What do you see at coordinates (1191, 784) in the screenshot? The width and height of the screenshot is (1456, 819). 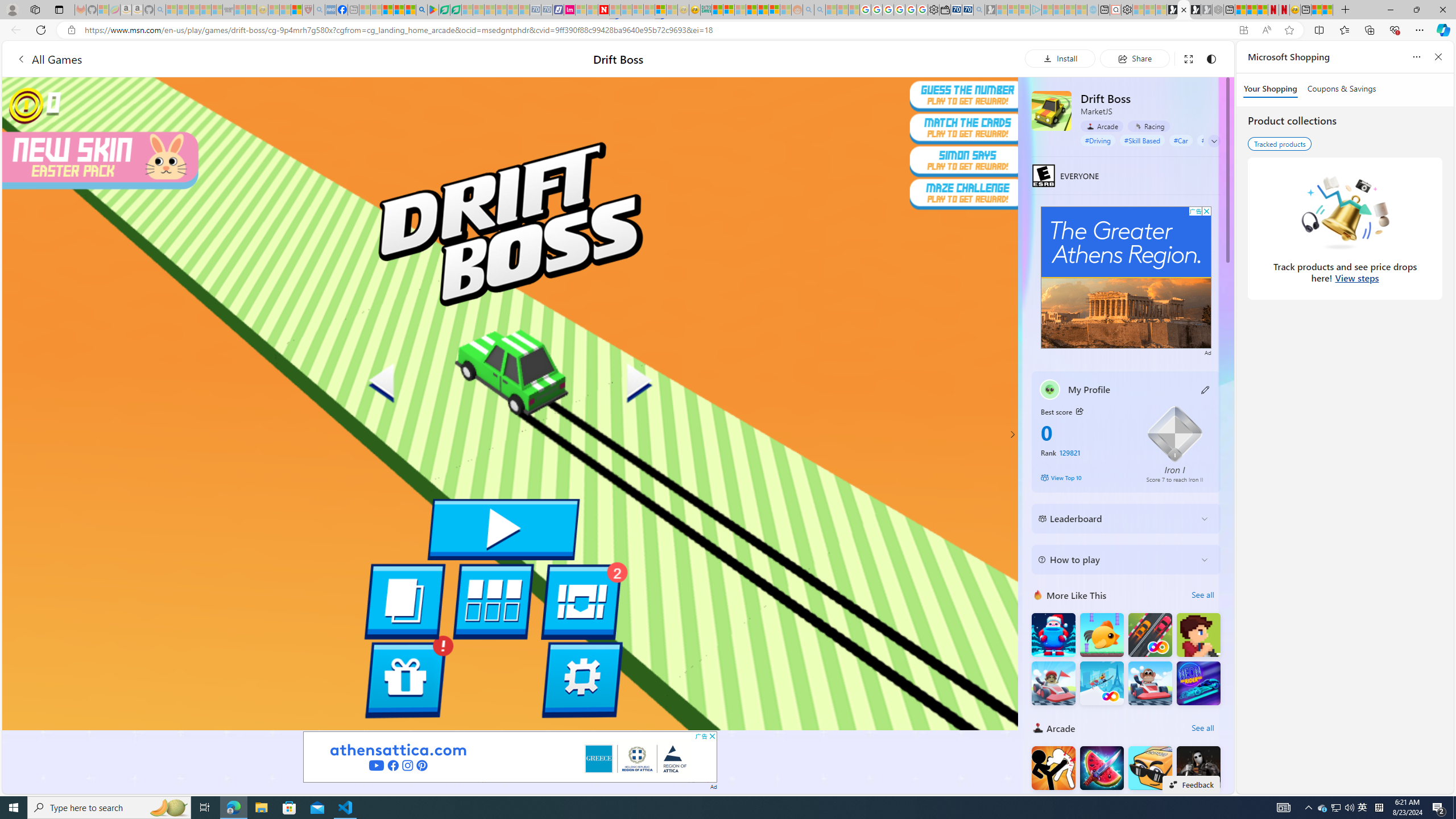 I see `'Feedback'` at bounding box center [1191, 784].